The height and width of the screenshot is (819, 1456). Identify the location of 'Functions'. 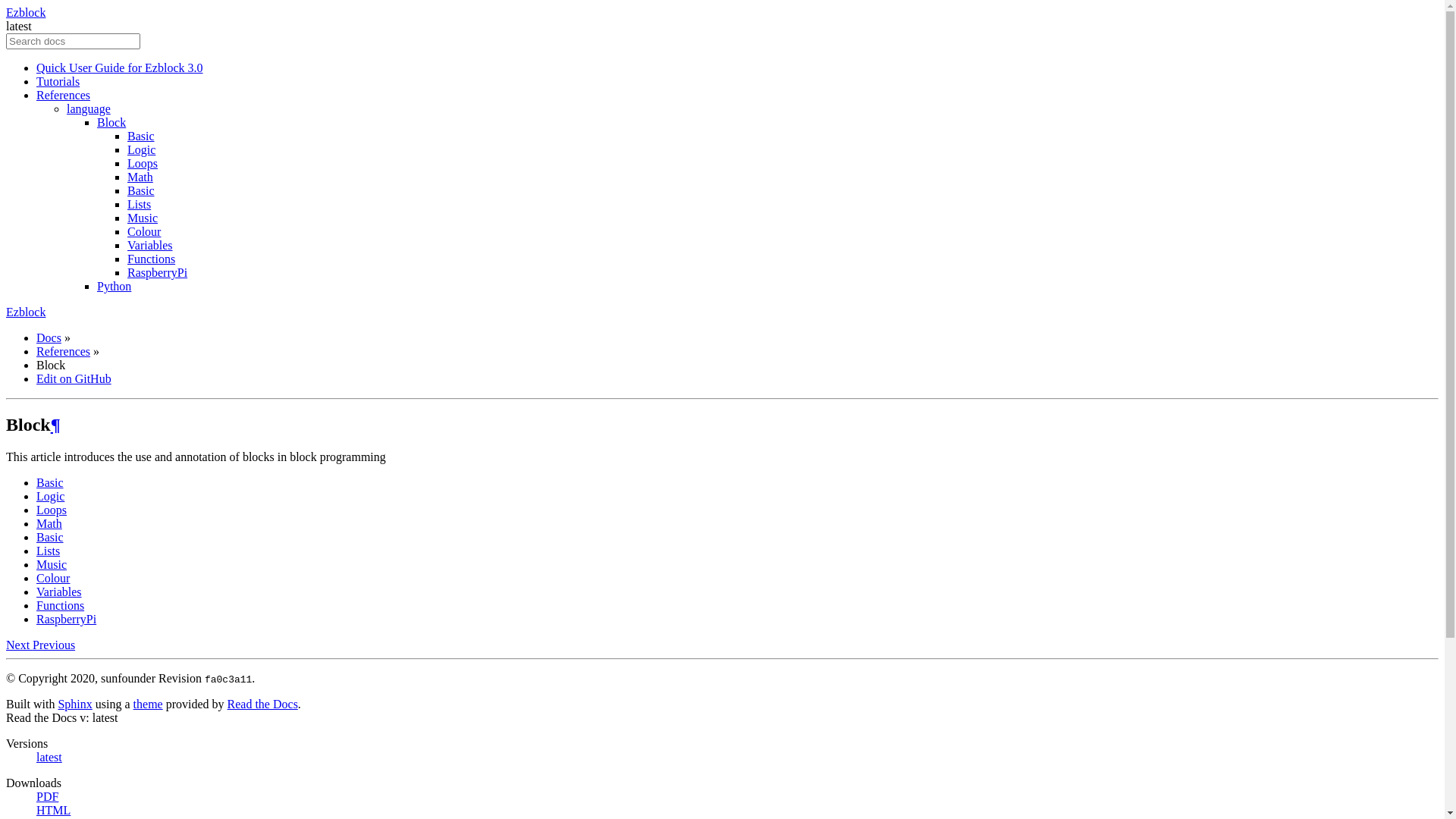
(60, 604).